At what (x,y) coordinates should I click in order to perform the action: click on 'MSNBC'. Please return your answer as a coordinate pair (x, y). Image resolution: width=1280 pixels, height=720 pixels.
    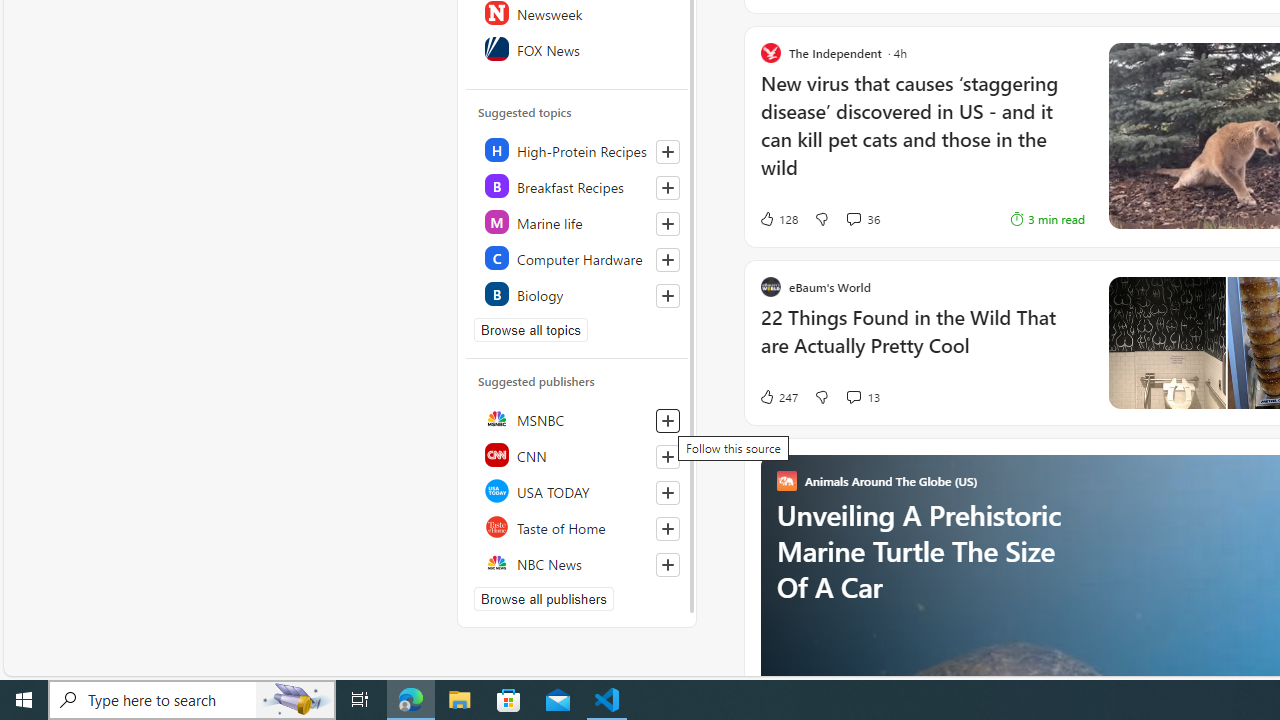
    Looking at the image, I should click on (577, 418).